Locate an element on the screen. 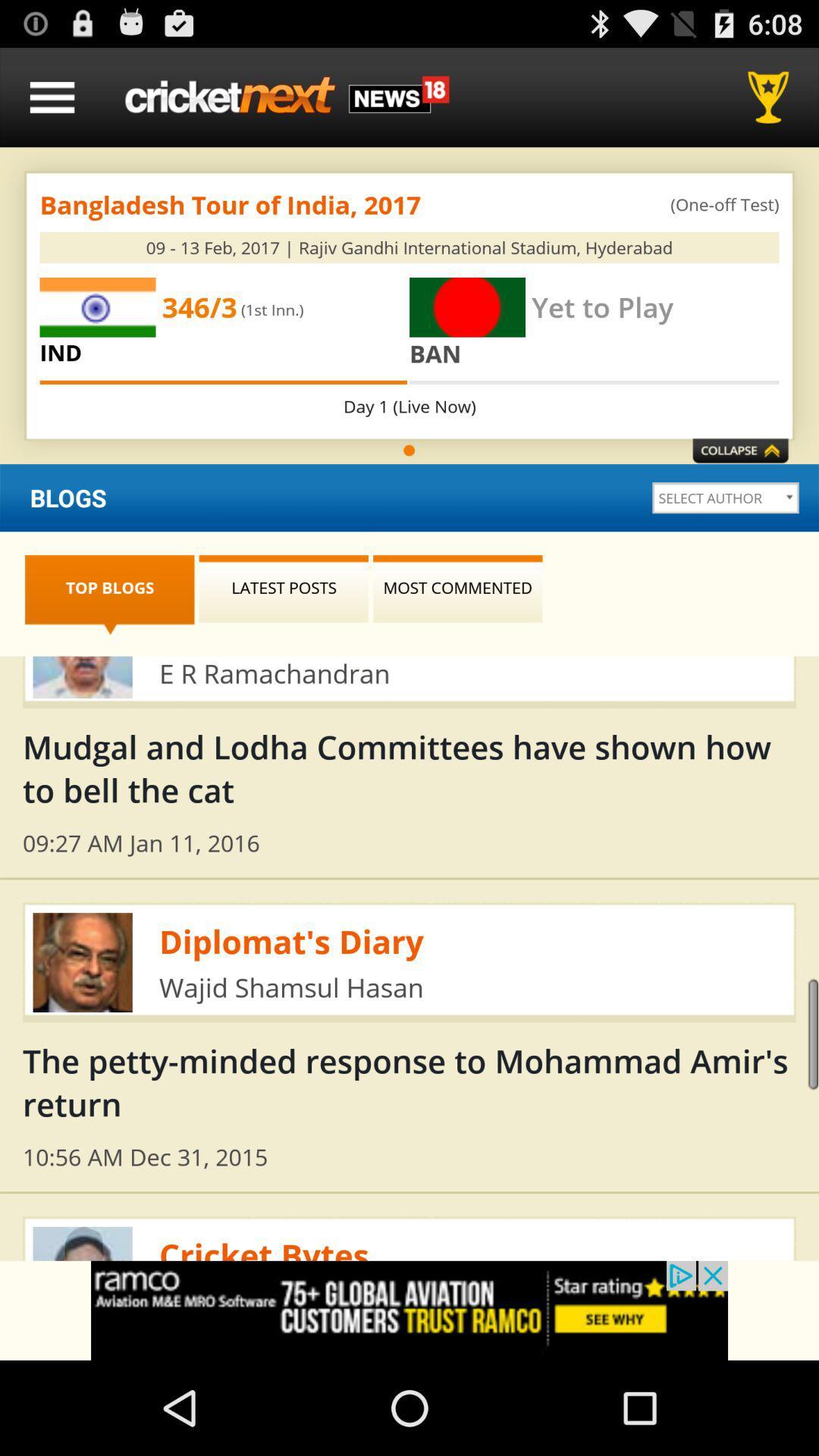  the date_range icon is located at coordinates (739, 482).